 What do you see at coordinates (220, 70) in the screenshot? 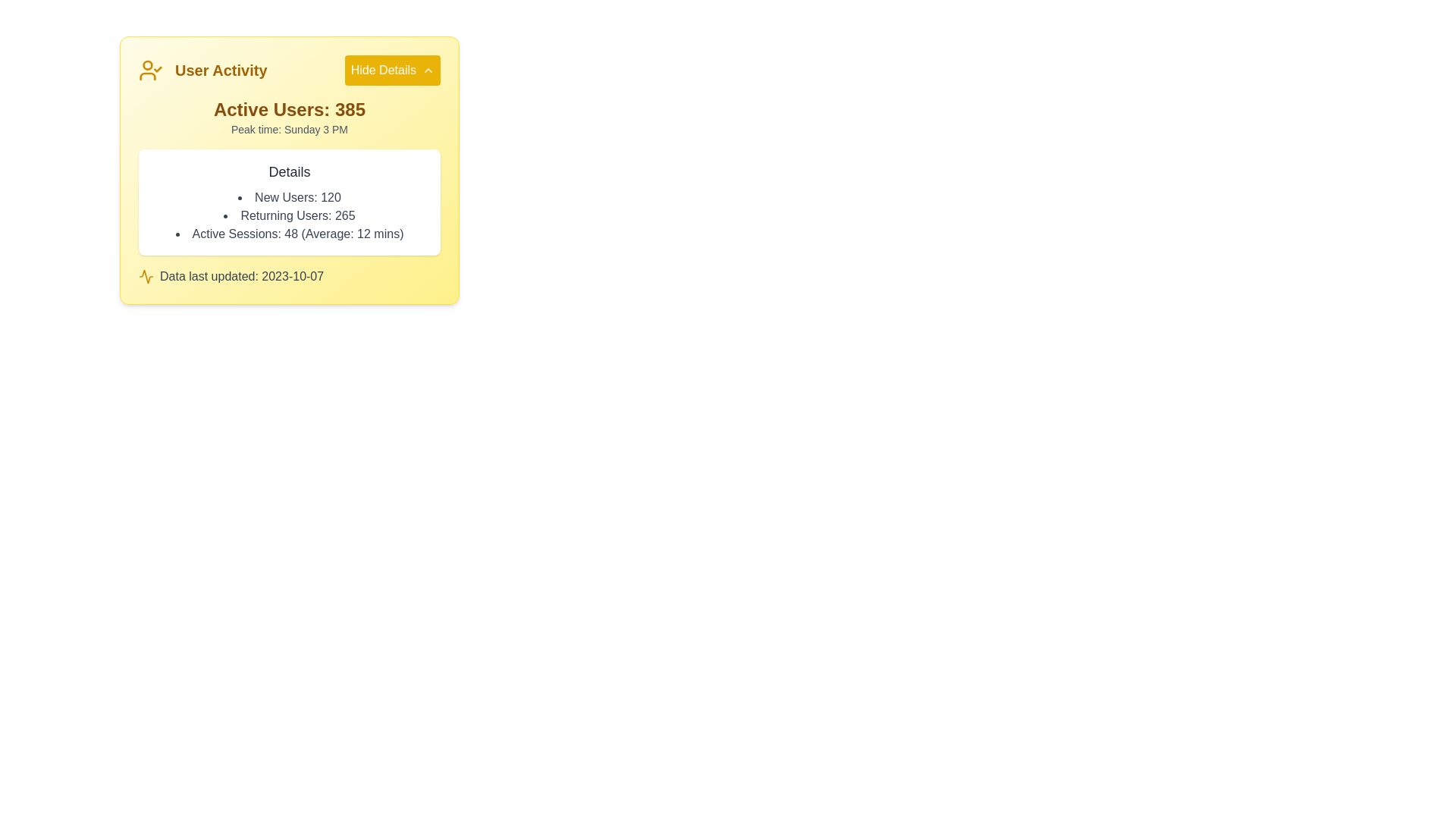
I see `bold text label 'User Activity' which is prominently displayed in yellow color, located near the top-left corner of a yellow panel, adjacent to a person icon with a checkmark and to the left of the 'Hide Details' button` at bounding box center [220, 70].